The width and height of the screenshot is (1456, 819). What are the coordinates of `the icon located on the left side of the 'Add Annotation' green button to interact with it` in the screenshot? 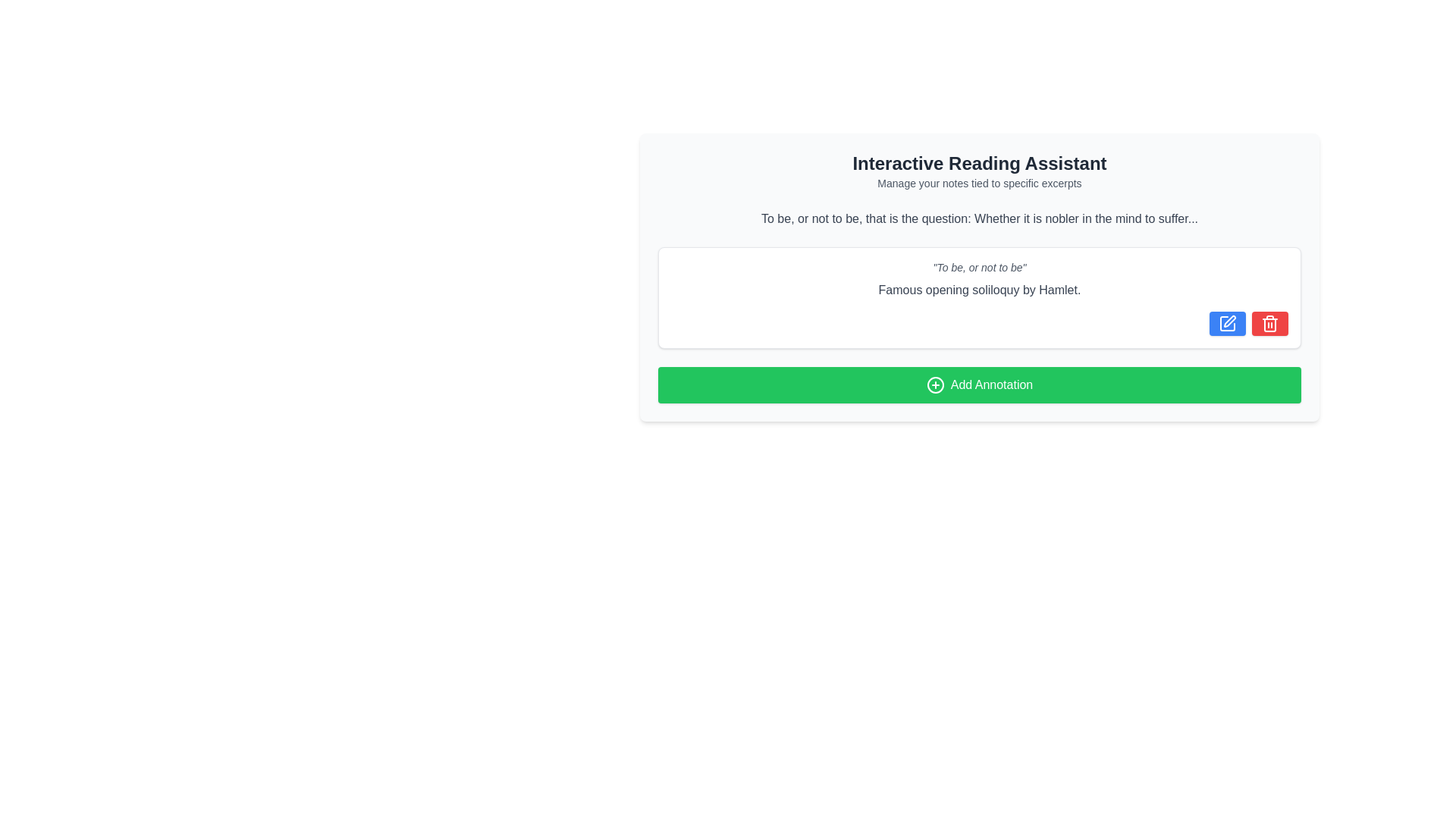 It's located at (934, 384).